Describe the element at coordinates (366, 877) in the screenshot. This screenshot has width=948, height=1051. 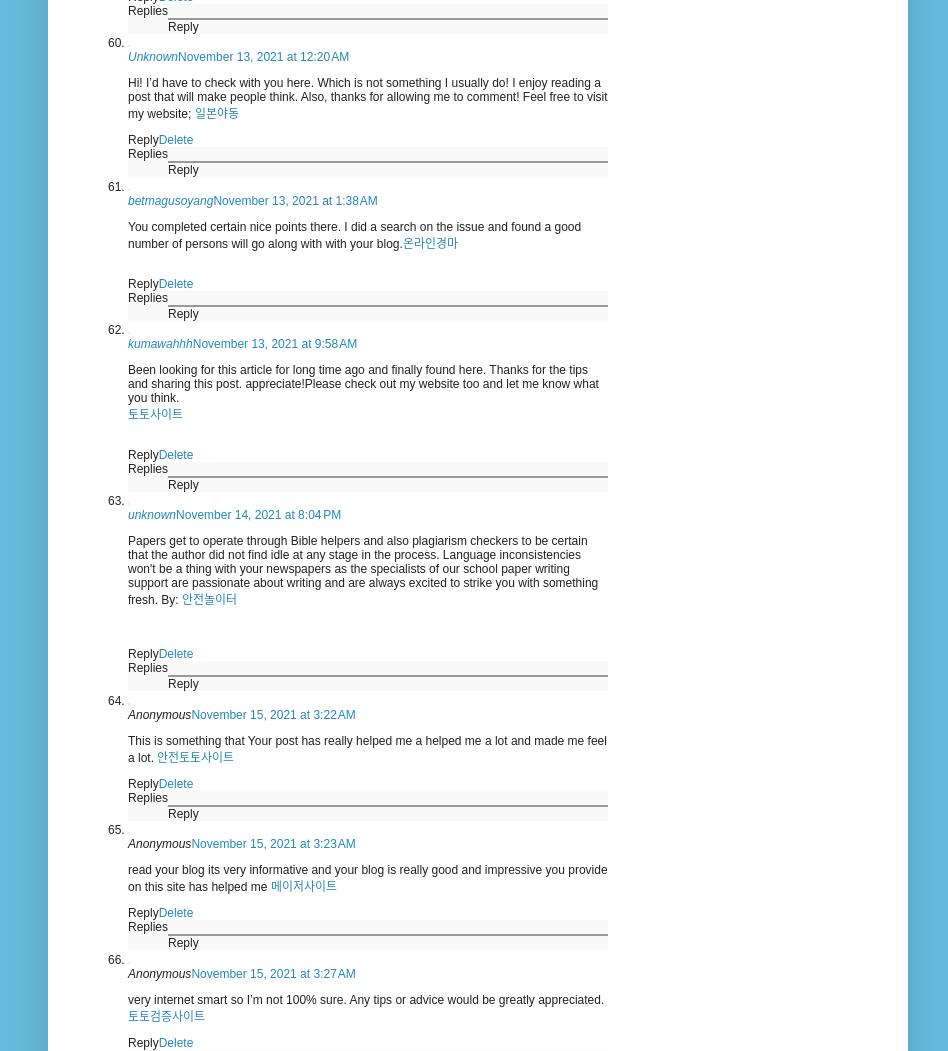
I see `'read your blog its very informative and your blog is really good and impressive you provide on this site has helped me'` at that location.